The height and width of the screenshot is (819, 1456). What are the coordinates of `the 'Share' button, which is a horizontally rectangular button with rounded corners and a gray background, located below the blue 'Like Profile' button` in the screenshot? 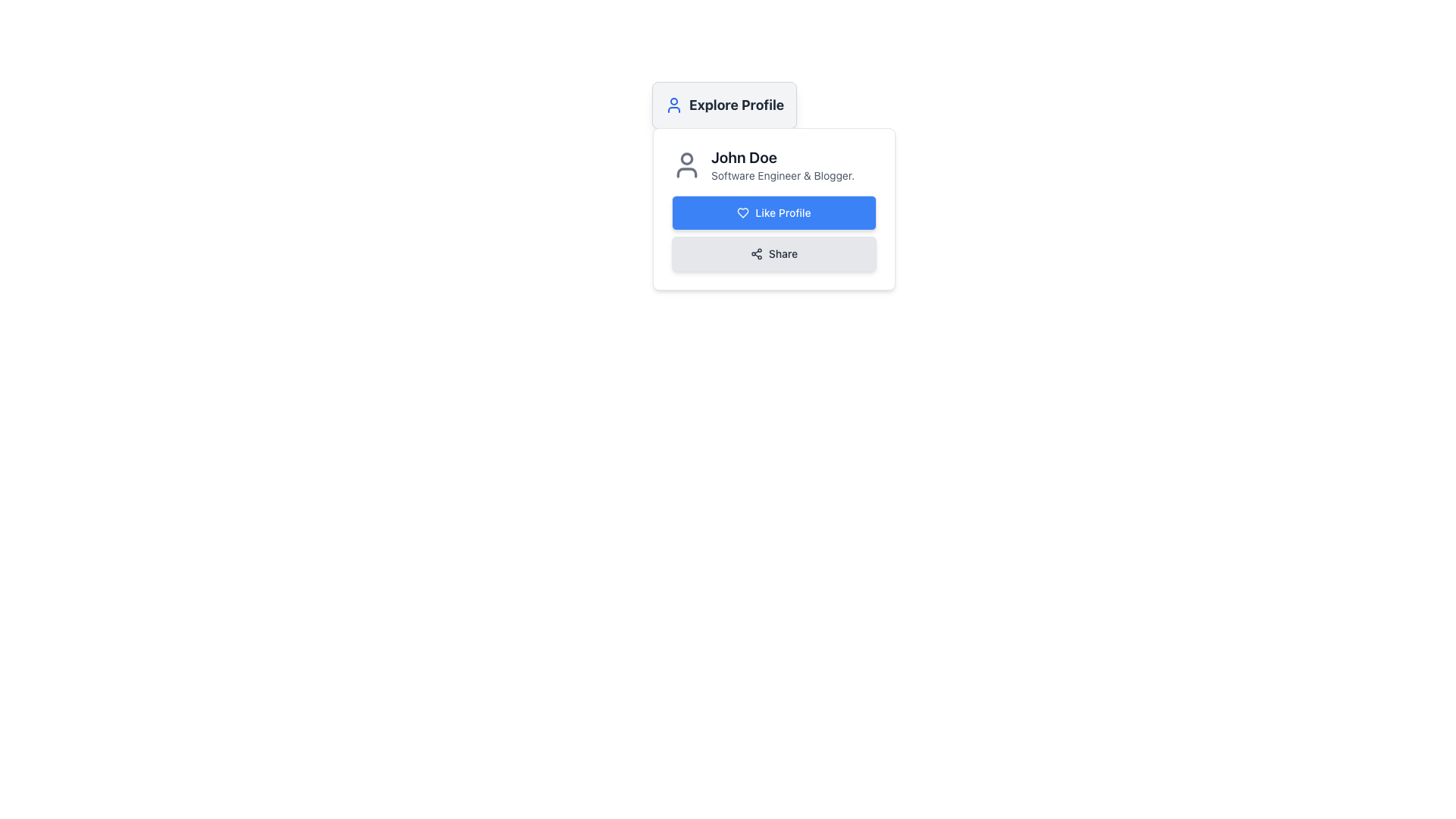 It's located at (773, 253).